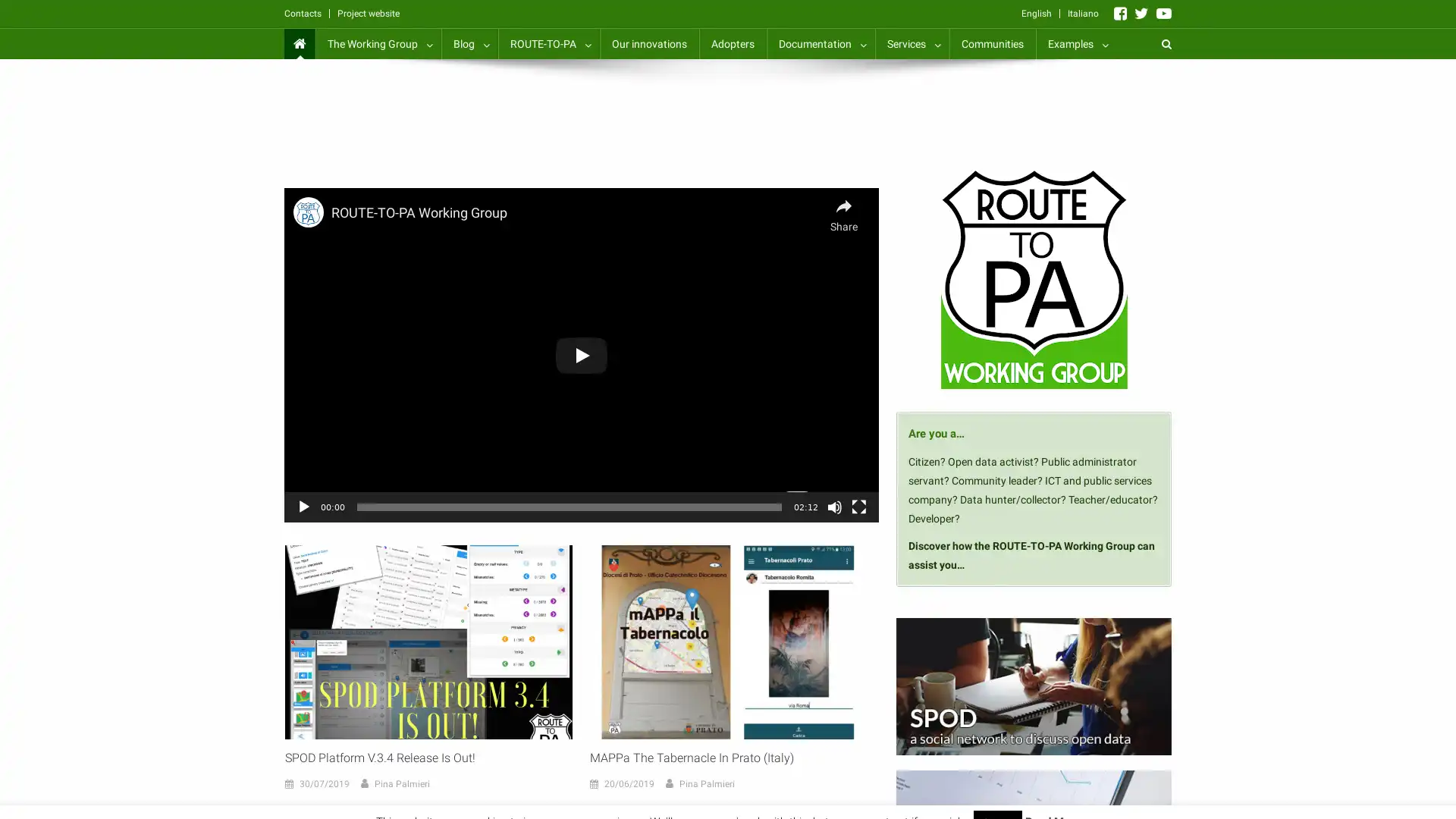 The width and height of the screenshot is (1456, 819). Describe the element at coordinates (303, 507) in the screenshot. I see `Play` at that location.